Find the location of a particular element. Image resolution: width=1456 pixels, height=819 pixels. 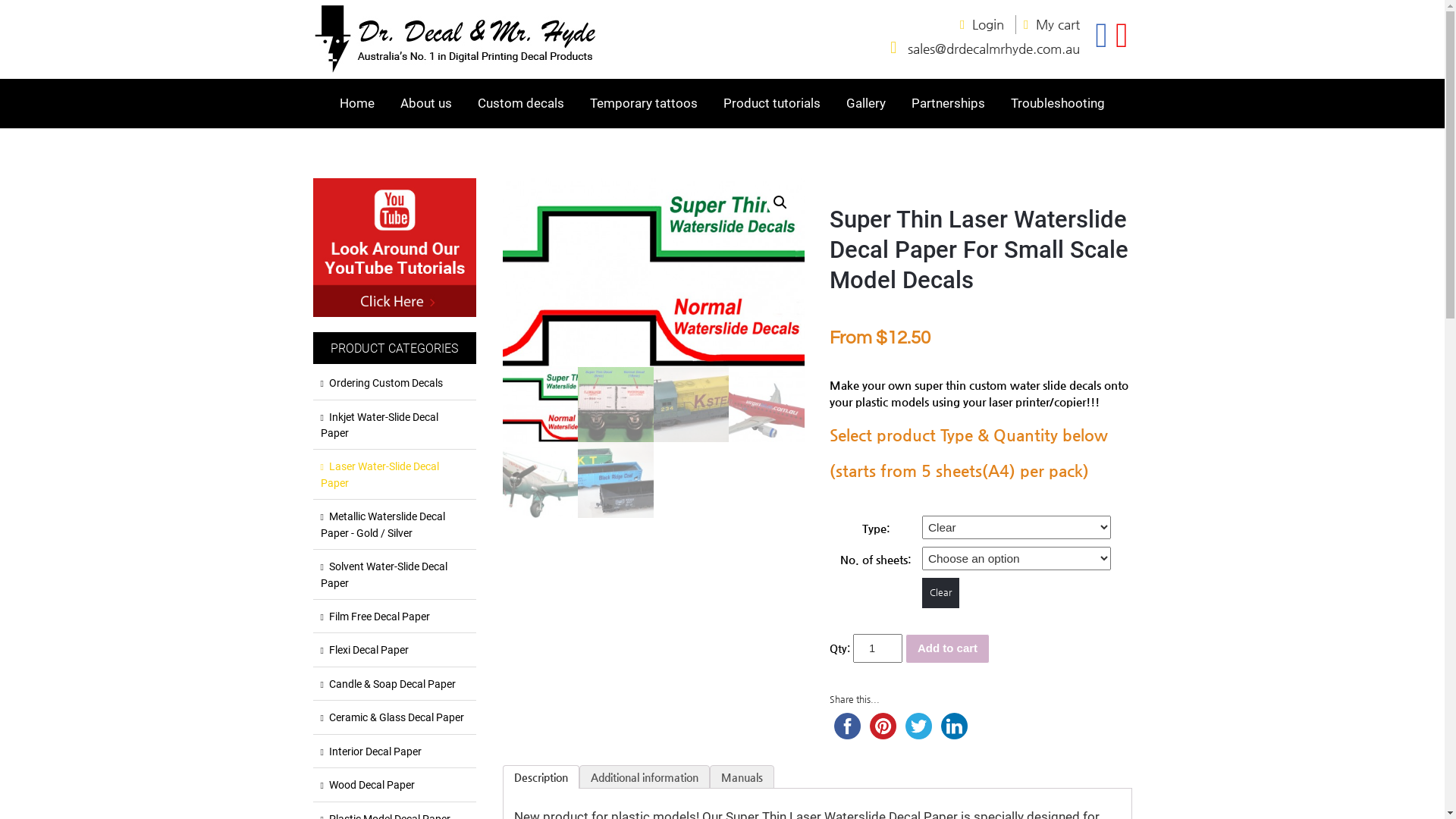

'LinkedIn' is located at coordinates (935, 725).